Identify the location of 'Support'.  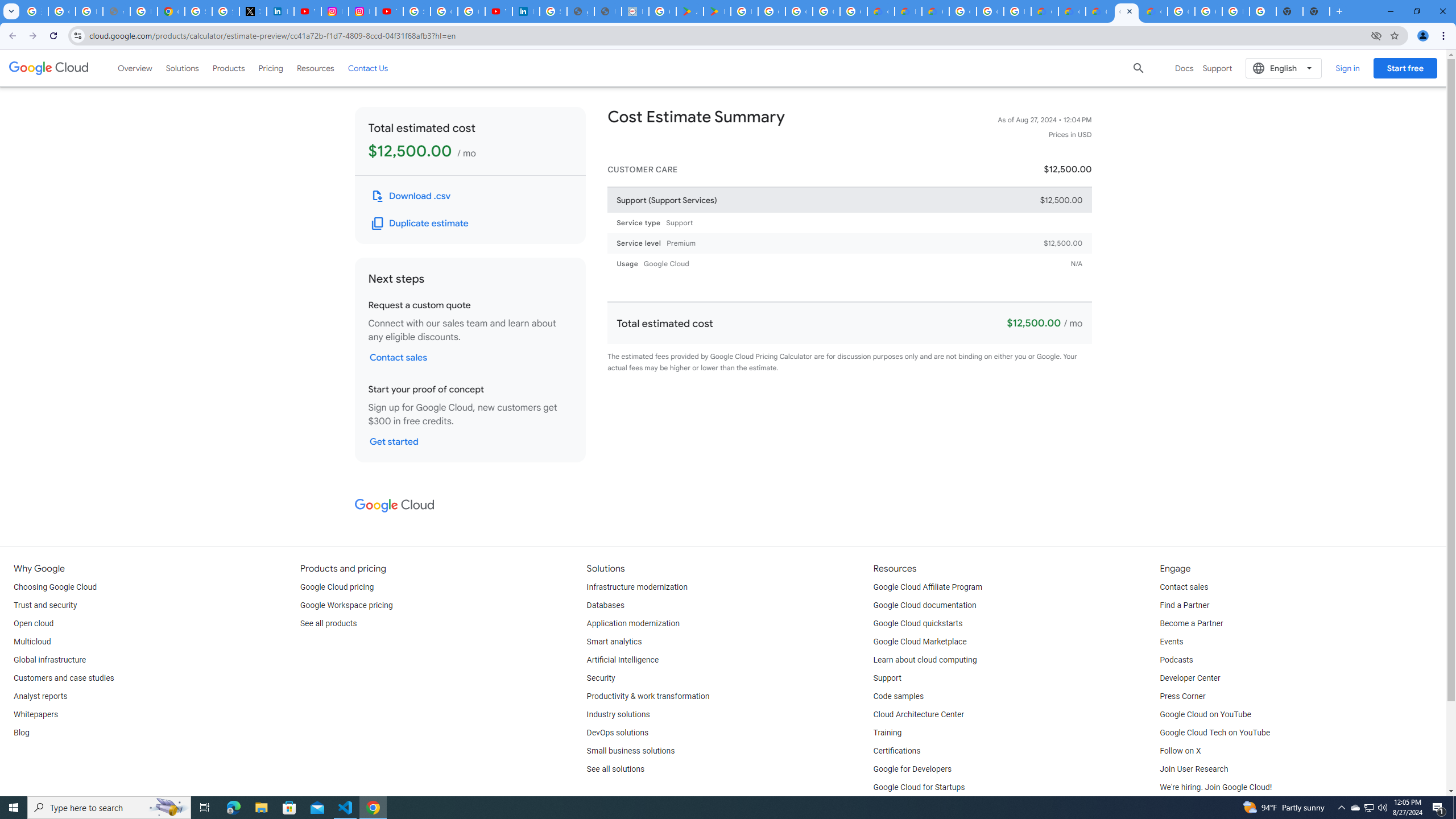
(887, 678).